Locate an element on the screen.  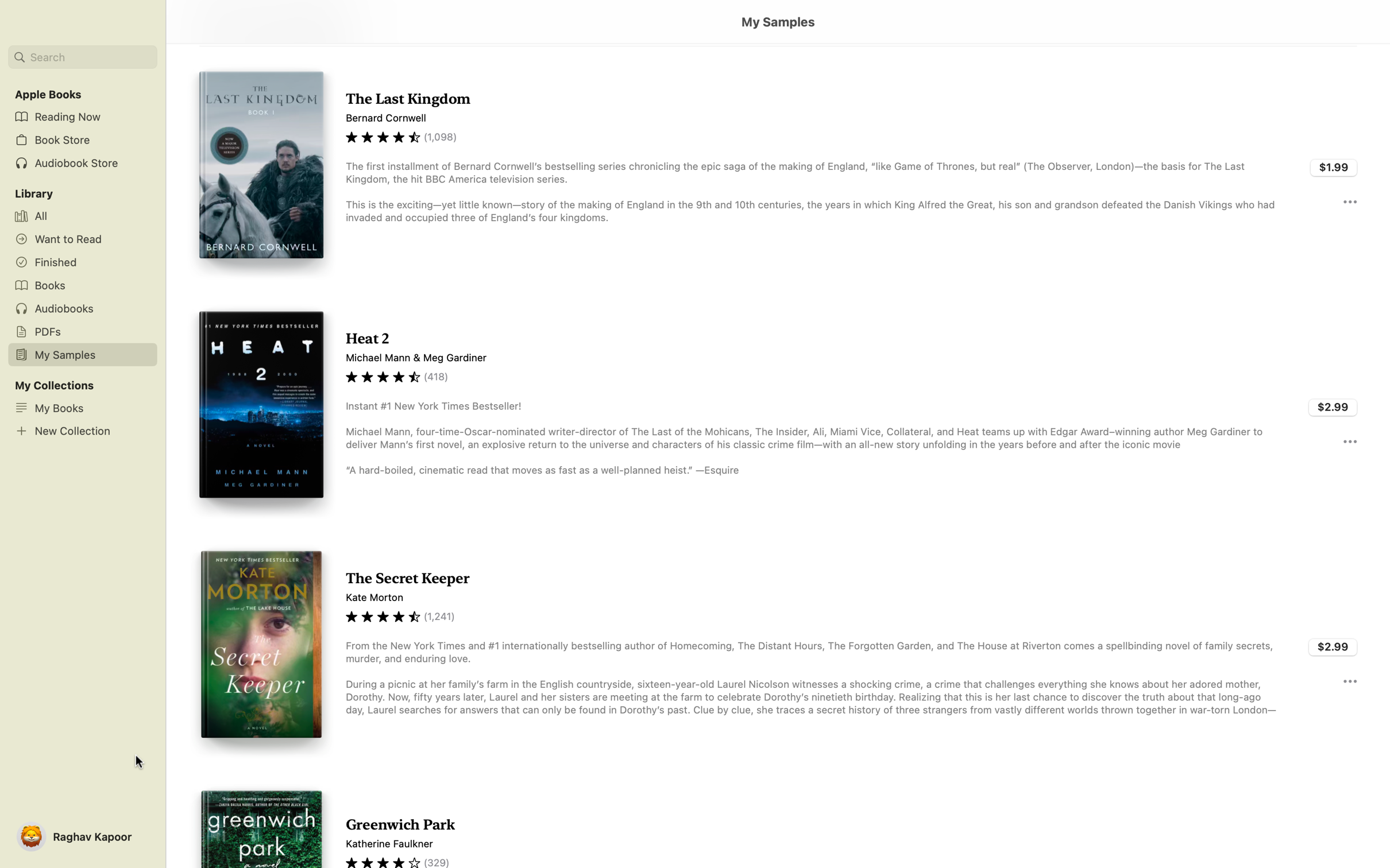
Execute the buying process for the book "Secret Keeper is located at coordinates (1333, 645).